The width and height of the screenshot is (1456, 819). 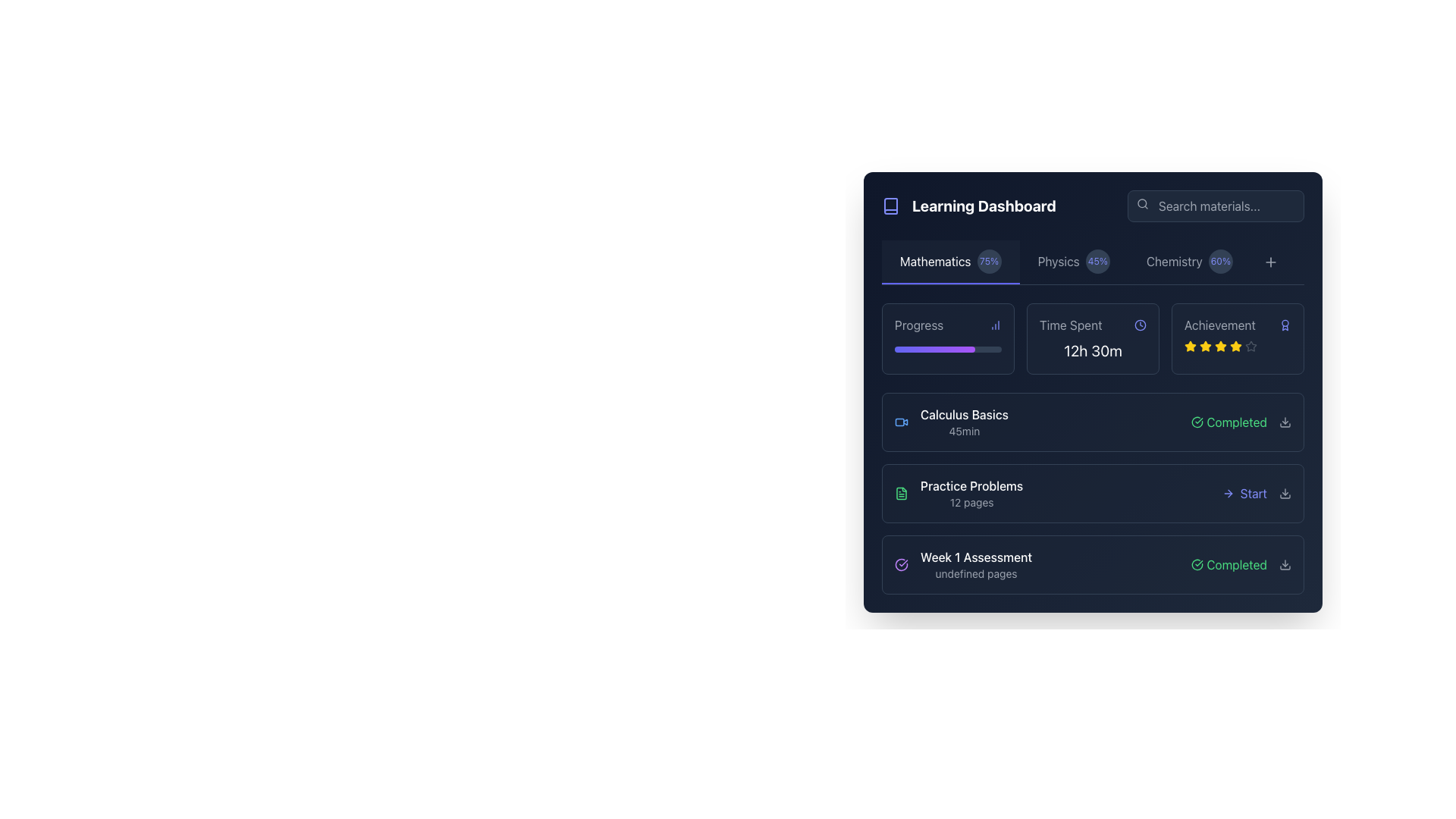 I want to click on the Rating indicator (stars) located in the 'Achievement' section at the top-right area of the card, which shows a four-out-of-five rating with four stars filled and one star empty, so click(x=1238, y=346).